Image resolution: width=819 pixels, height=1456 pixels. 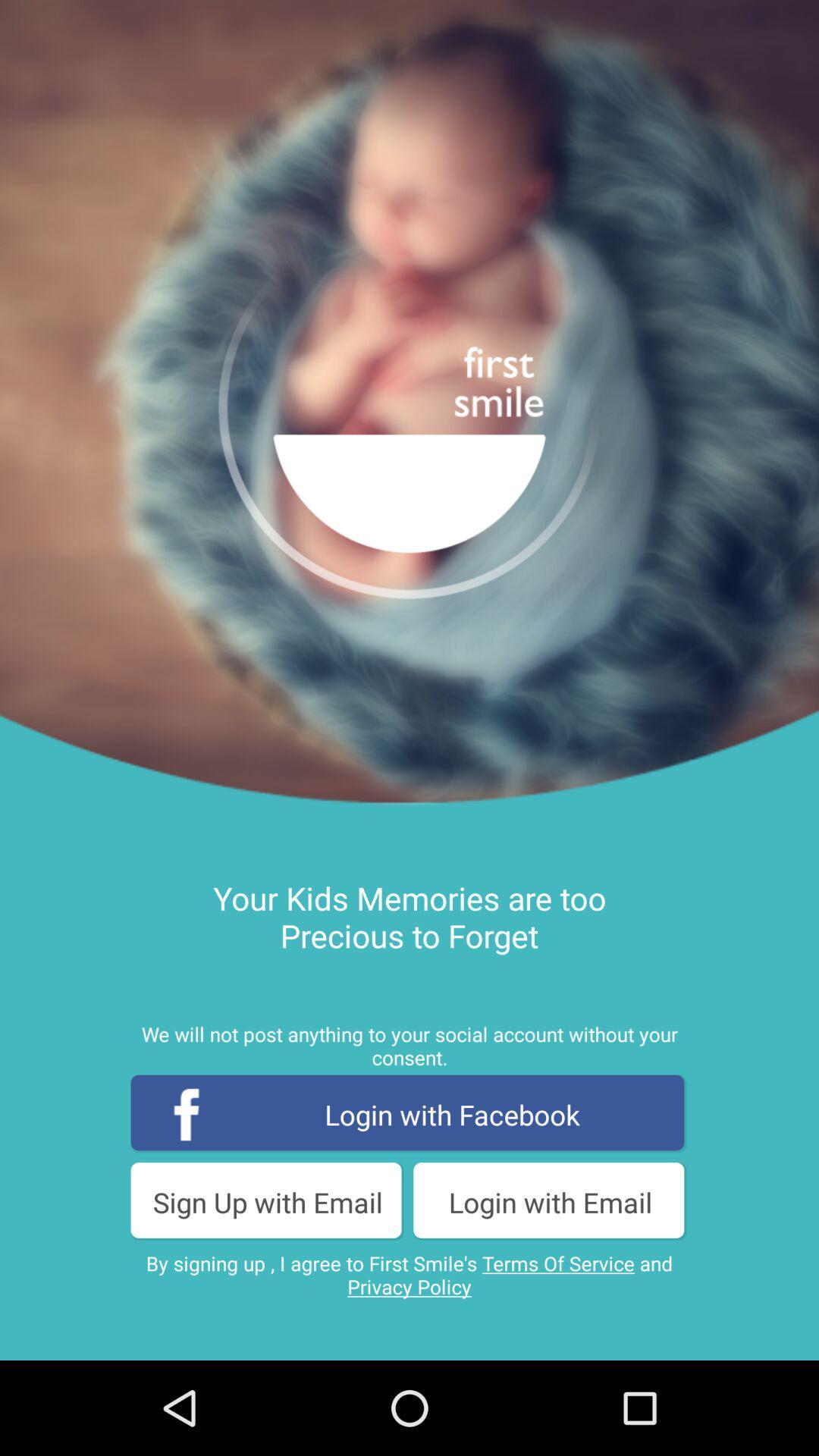 What do you see at coordinates (267, 1201) in the screenshot?
I see `sign up with at the bottom left corner` at bounding box center [267, 1201].